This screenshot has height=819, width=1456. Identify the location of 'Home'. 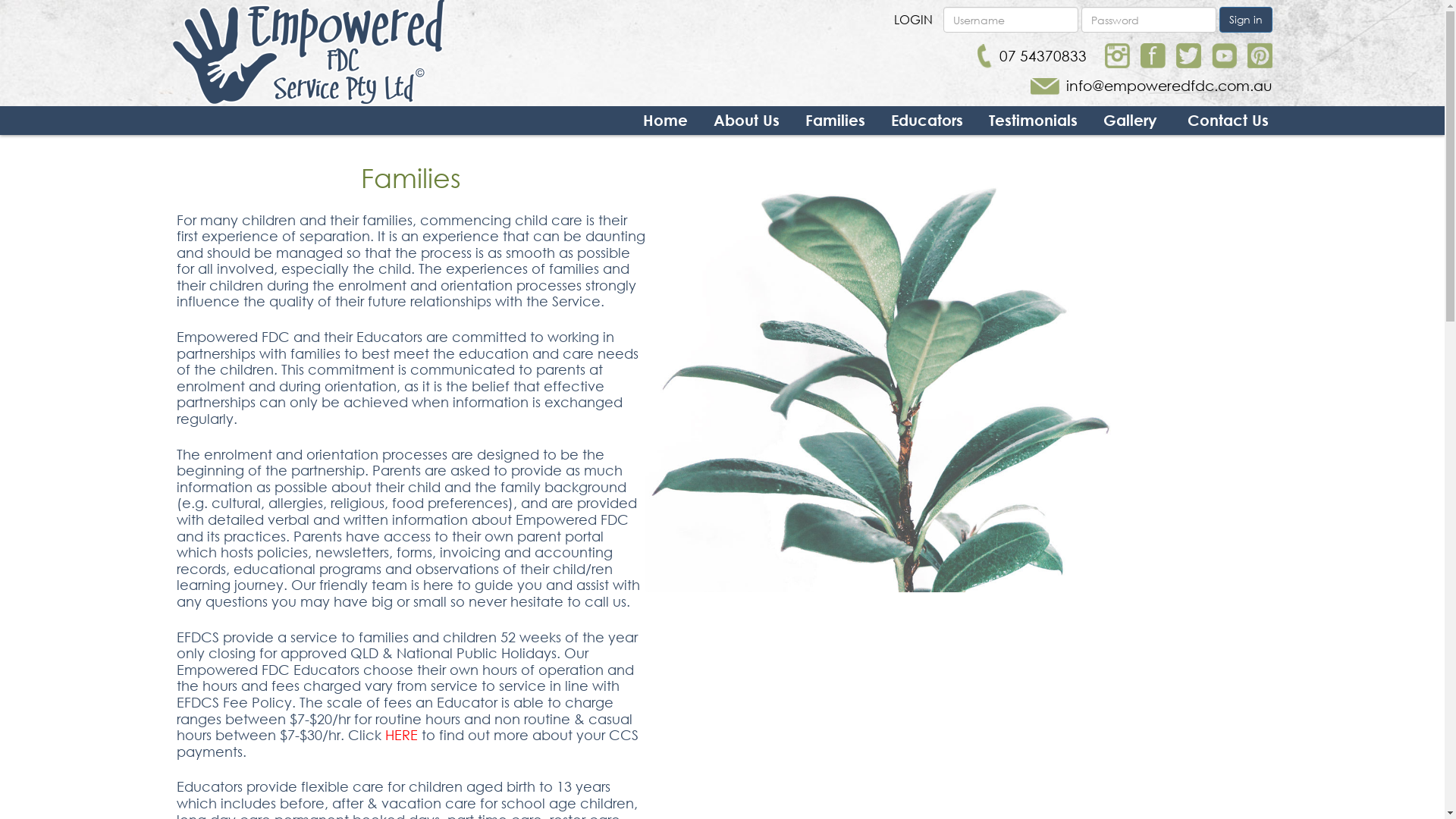
(665, 119).